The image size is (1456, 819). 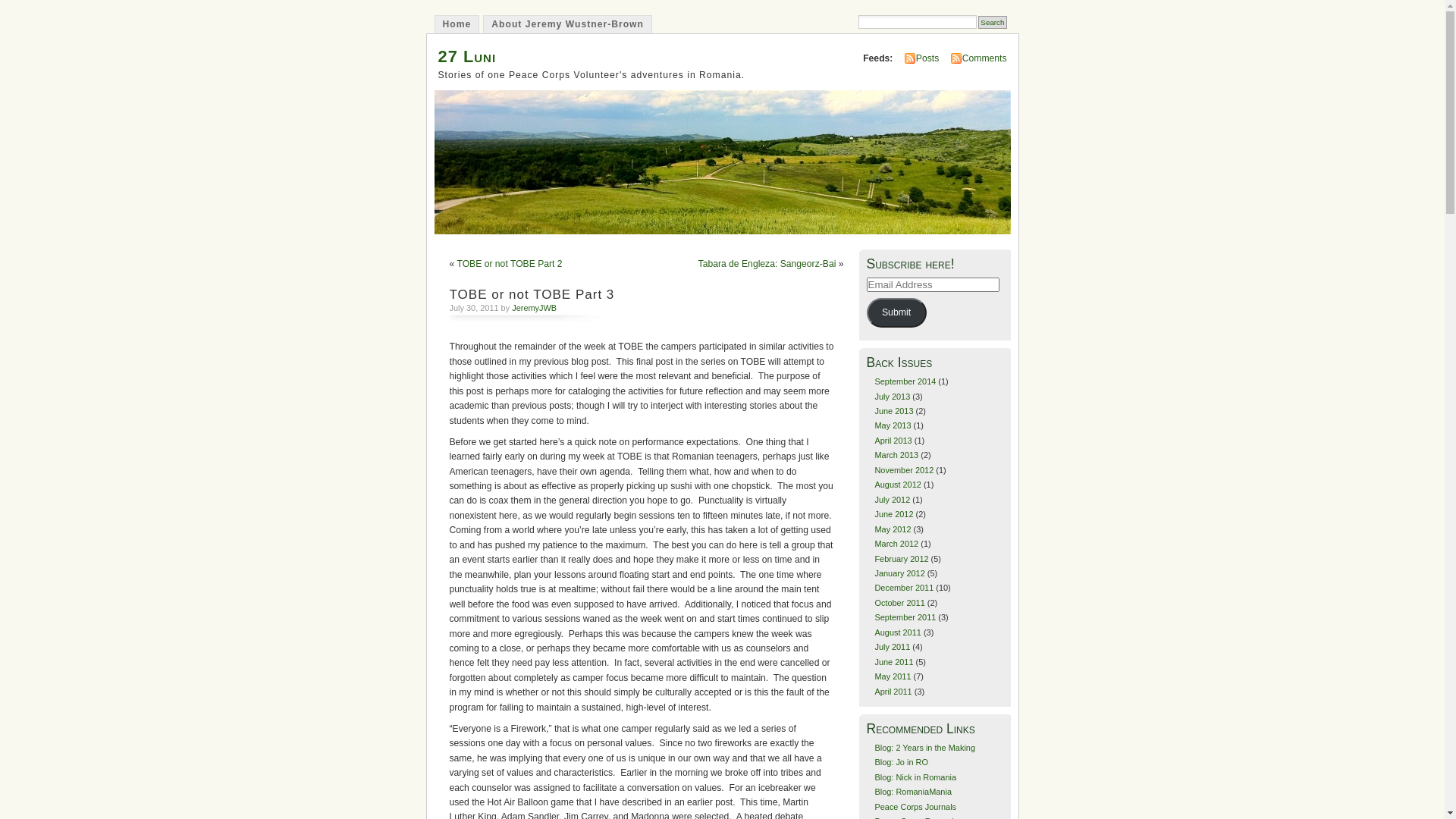 I want to click on 'Blog: RomaniaMania', so click(x=912, y=791).